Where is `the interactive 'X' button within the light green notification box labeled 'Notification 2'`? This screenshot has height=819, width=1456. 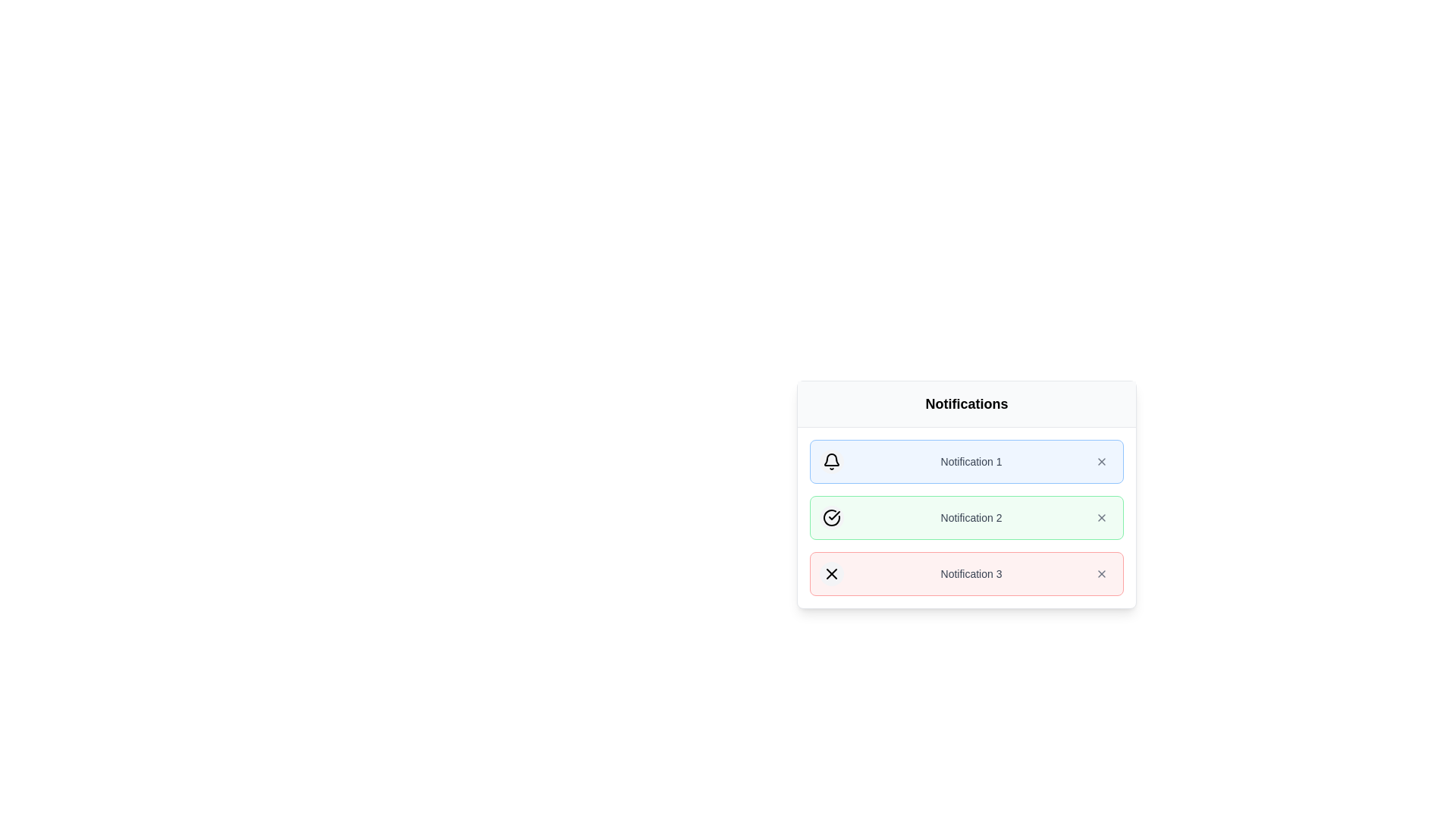
the interactive 'X' button within the light green notification box labeled 'Notification 2' is located at coordinates (1102, 516).